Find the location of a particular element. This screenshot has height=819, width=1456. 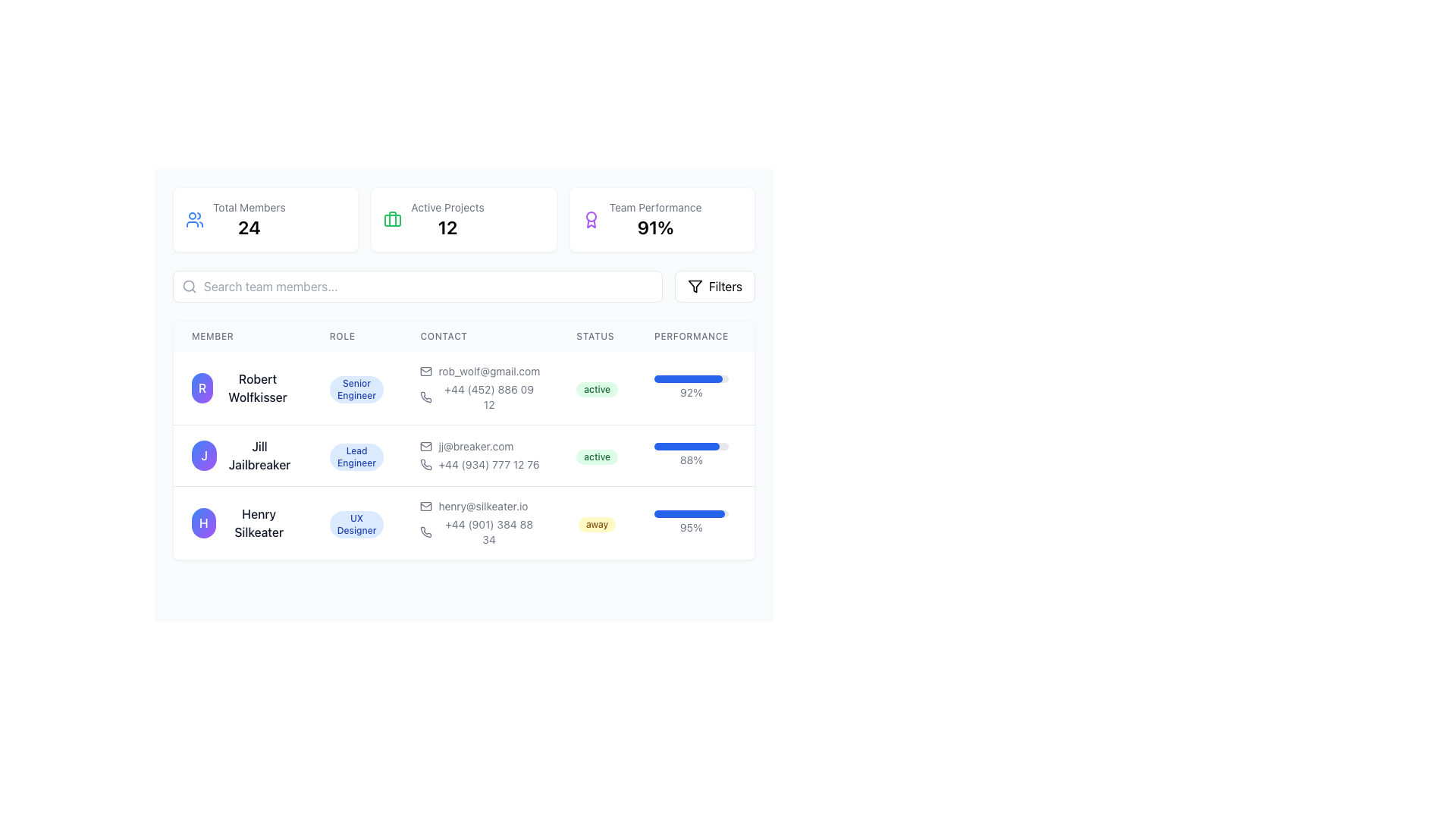

the progress bar with percentage label located in the 'Performance' section of Henry Silkeater's row is located at coordinates (691, 522).